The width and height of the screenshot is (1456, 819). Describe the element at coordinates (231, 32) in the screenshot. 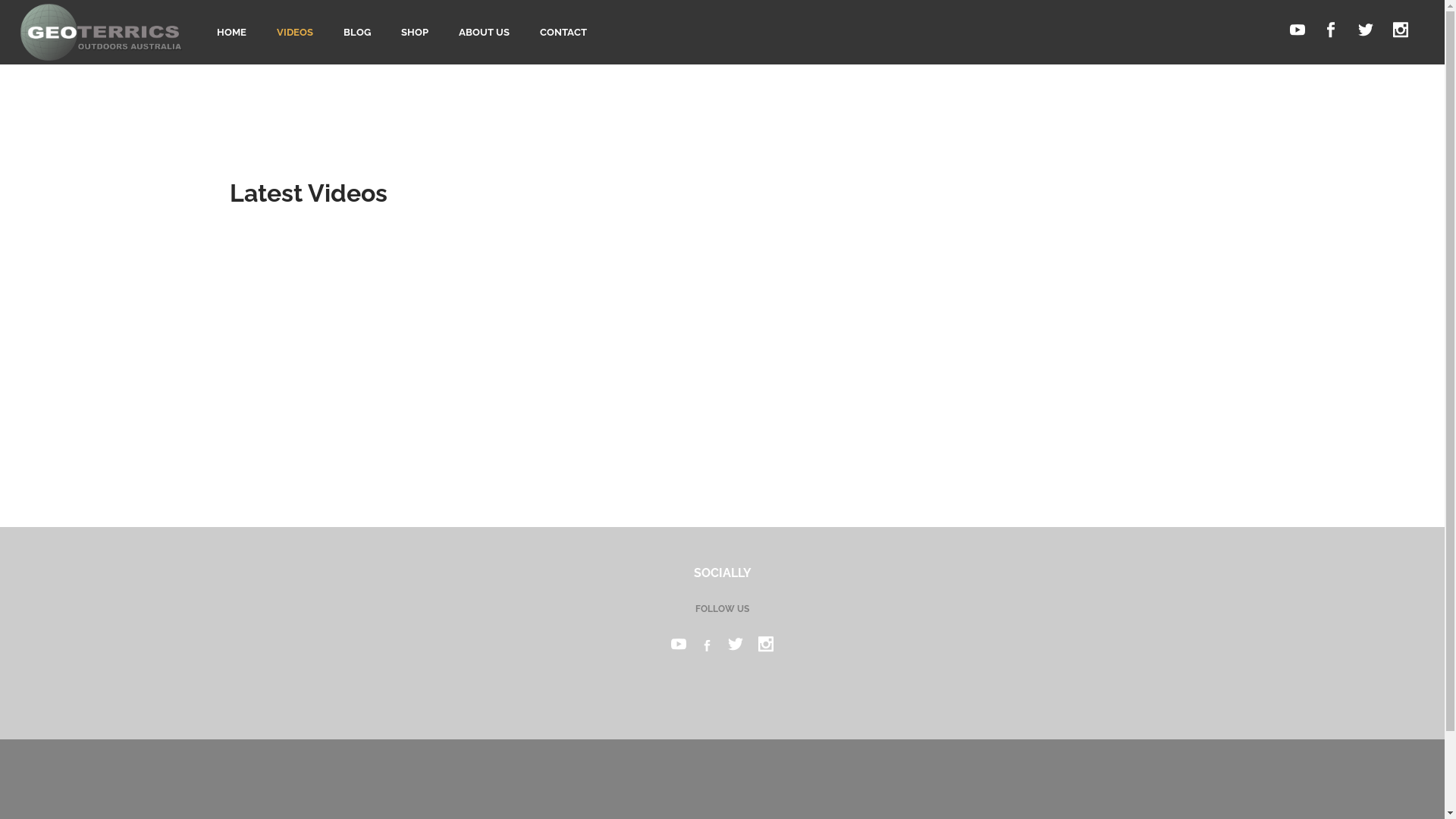

I see `'HOME'` at that location.